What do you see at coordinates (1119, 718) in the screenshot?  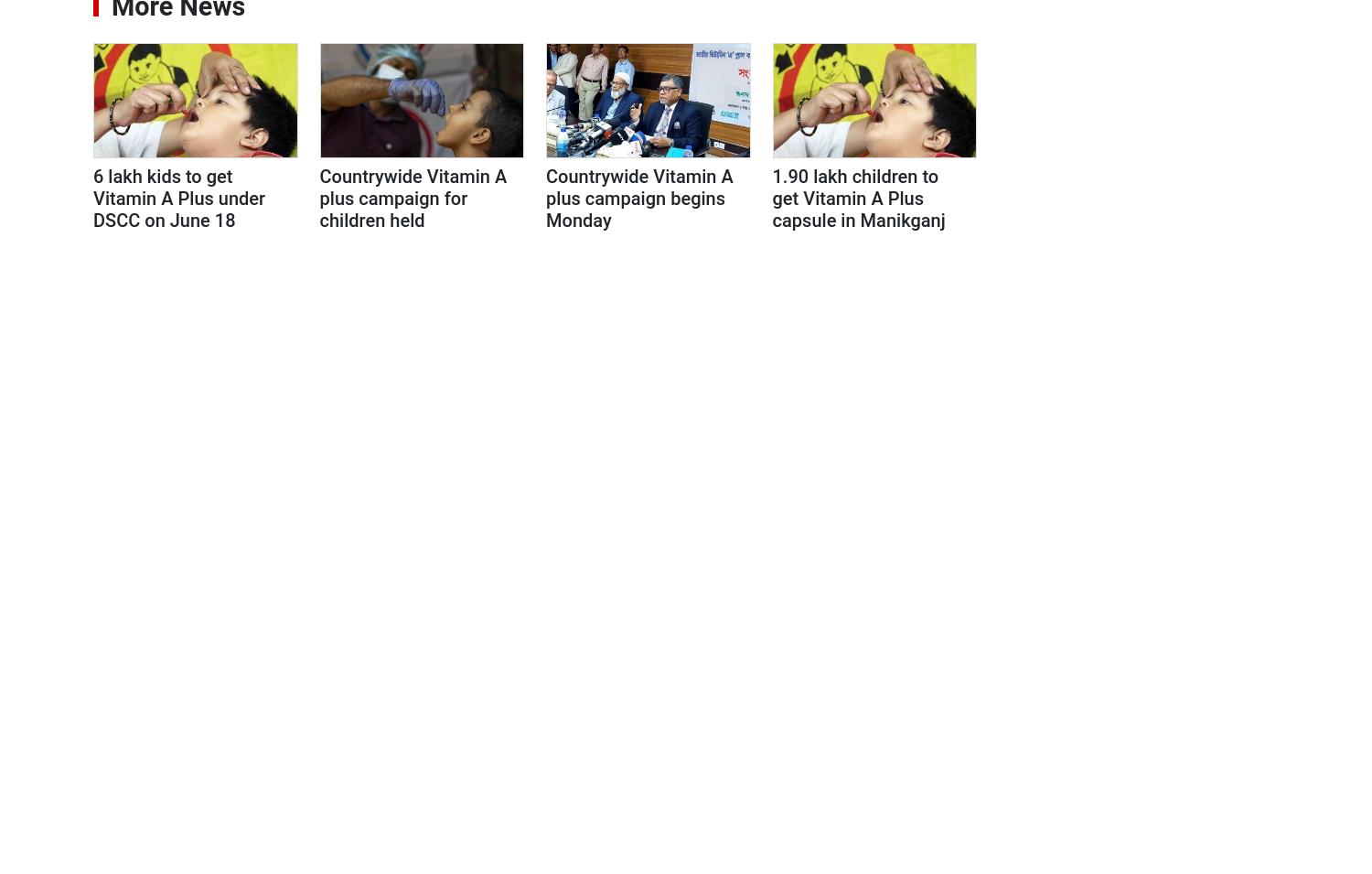 I see `'Hajj registration begins'` at bounding box center [1119, 718].